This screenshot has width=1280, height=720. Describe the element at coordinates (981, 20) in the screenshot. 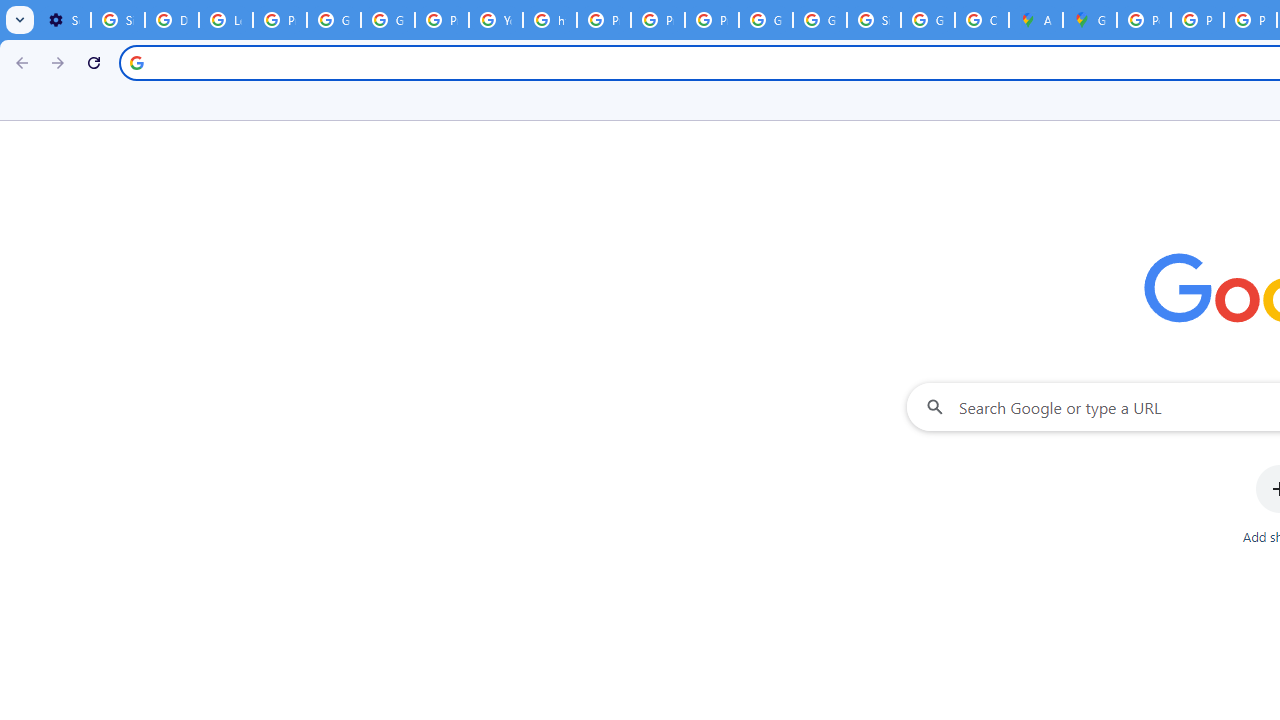

I see `'Create your Google Account'` at that location.